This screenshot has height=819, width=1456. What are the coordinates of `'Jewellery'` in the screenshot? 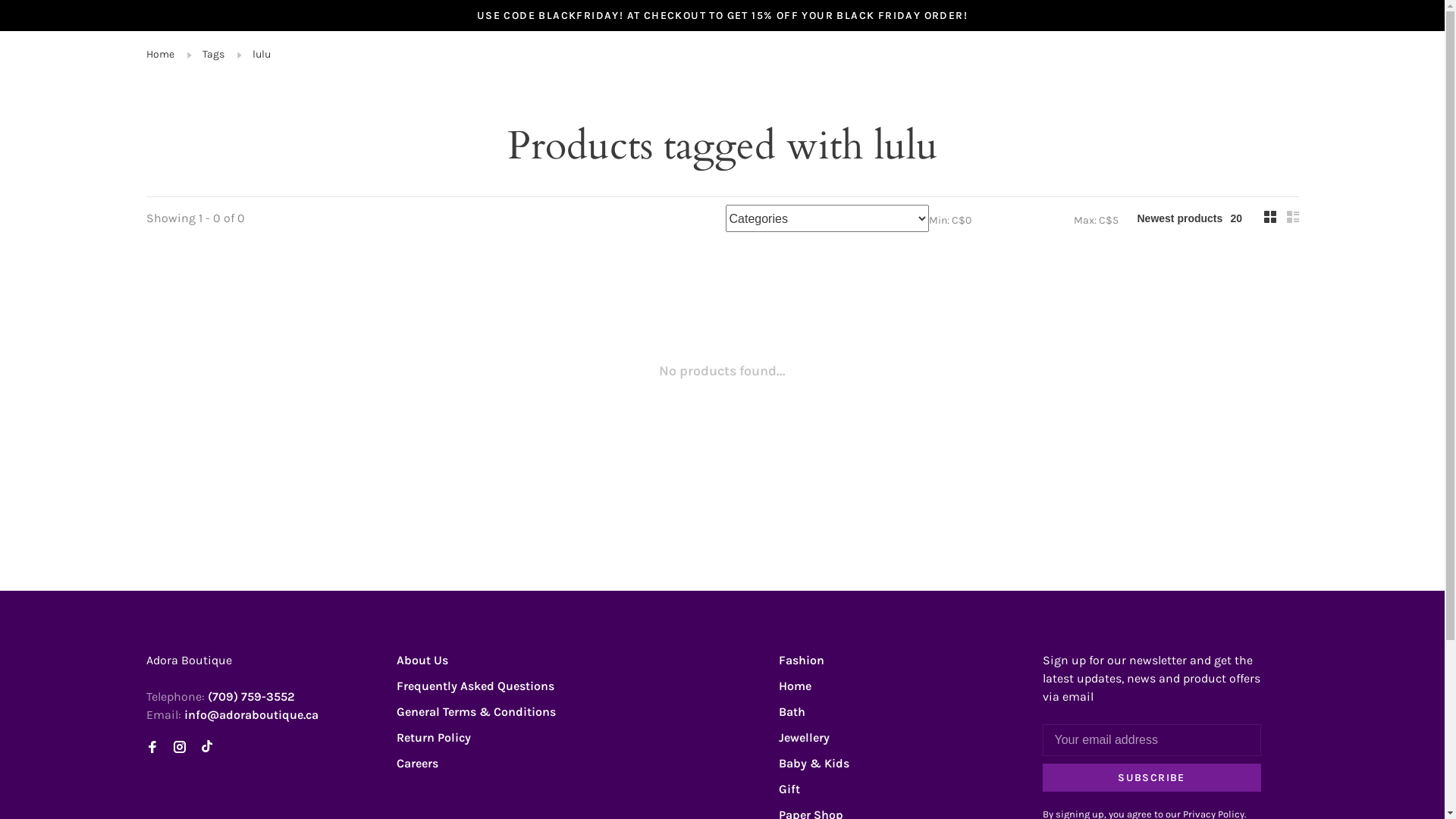 It's located at (778, 736).